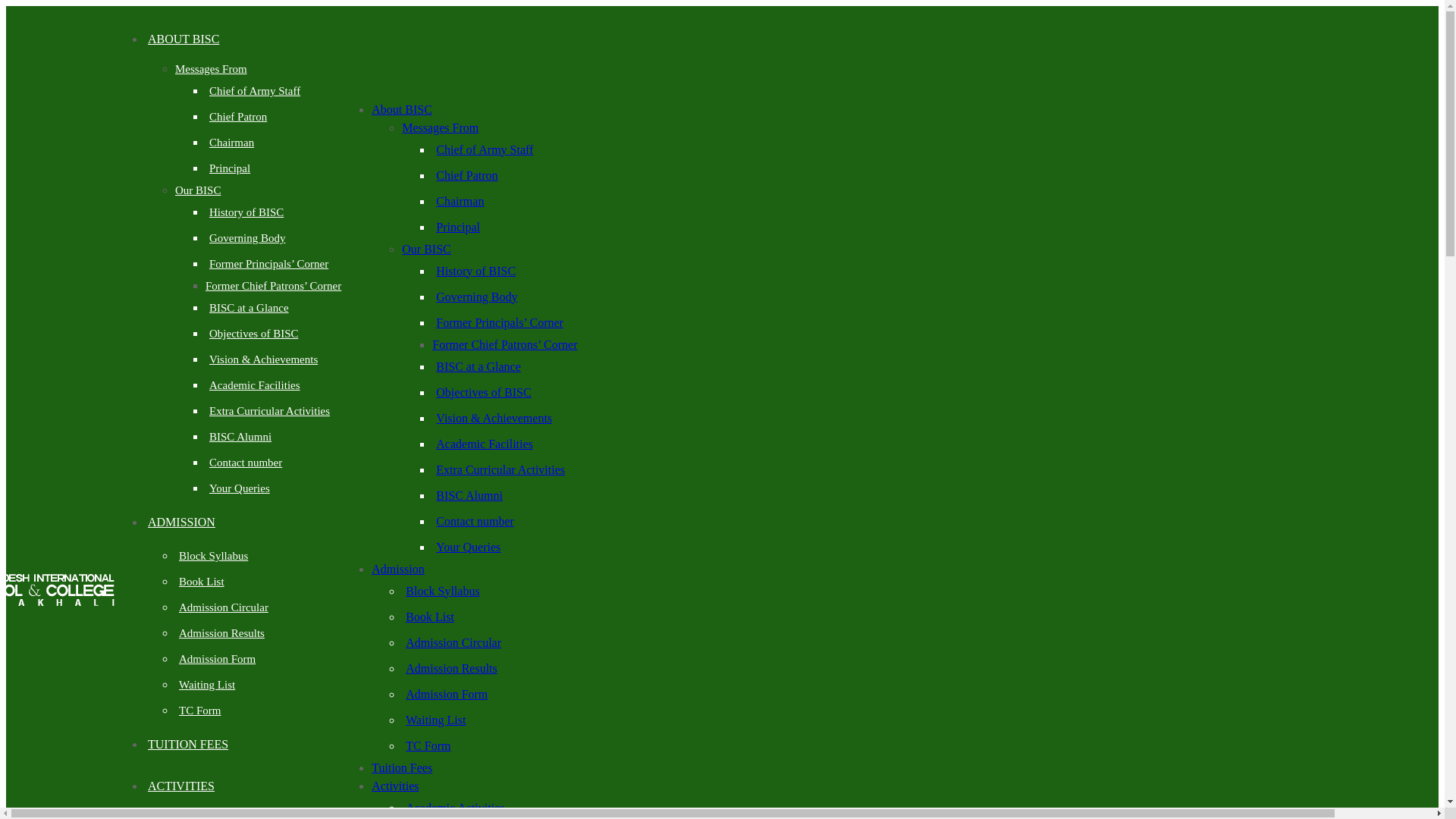 The image size is (1456, 819). Describe the element at coordinates (181, 521) in the screenshot. I see `'ADMISSION'` at that location.